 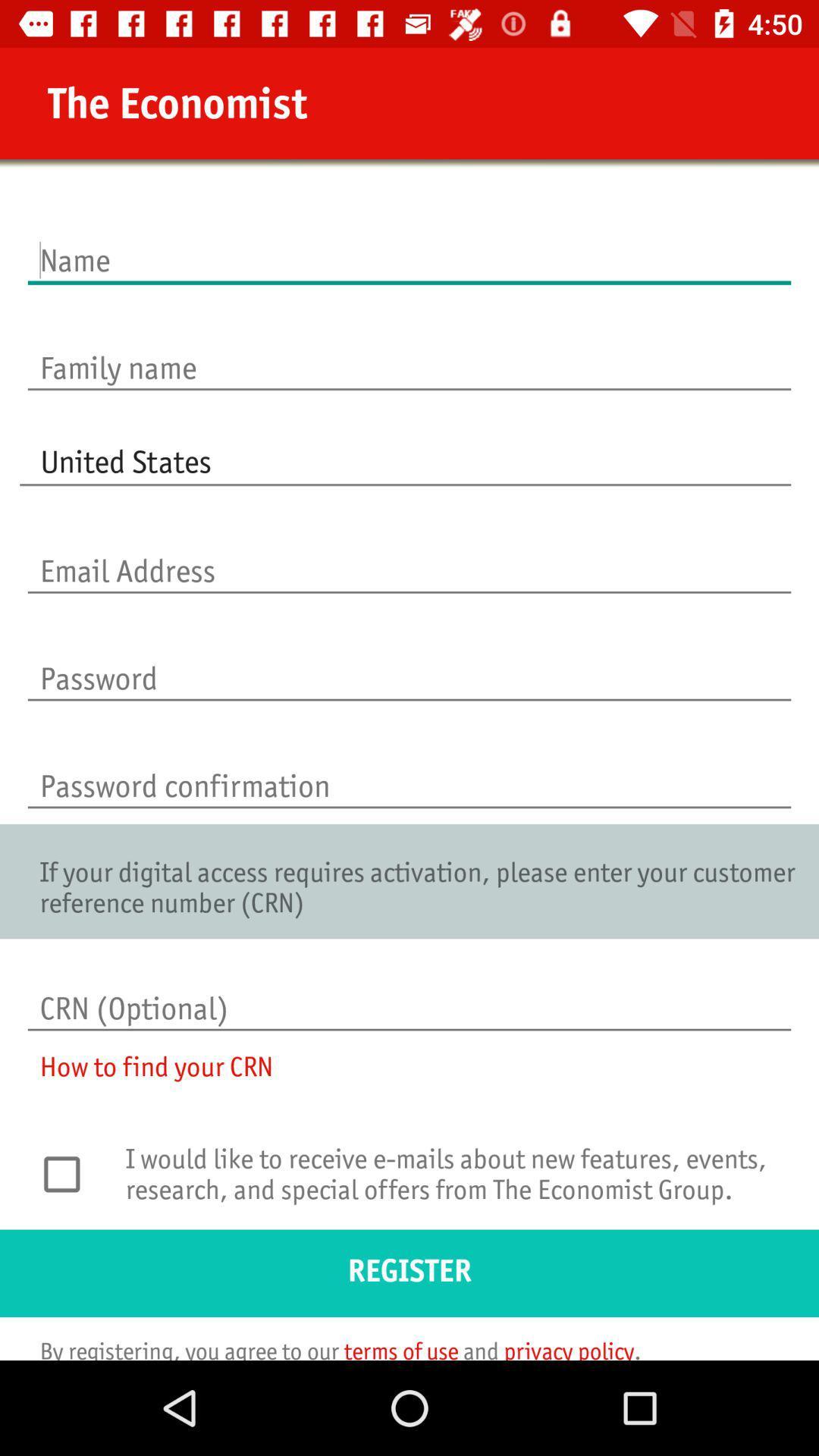 I want to click on email line, so click(x=409, y=554).